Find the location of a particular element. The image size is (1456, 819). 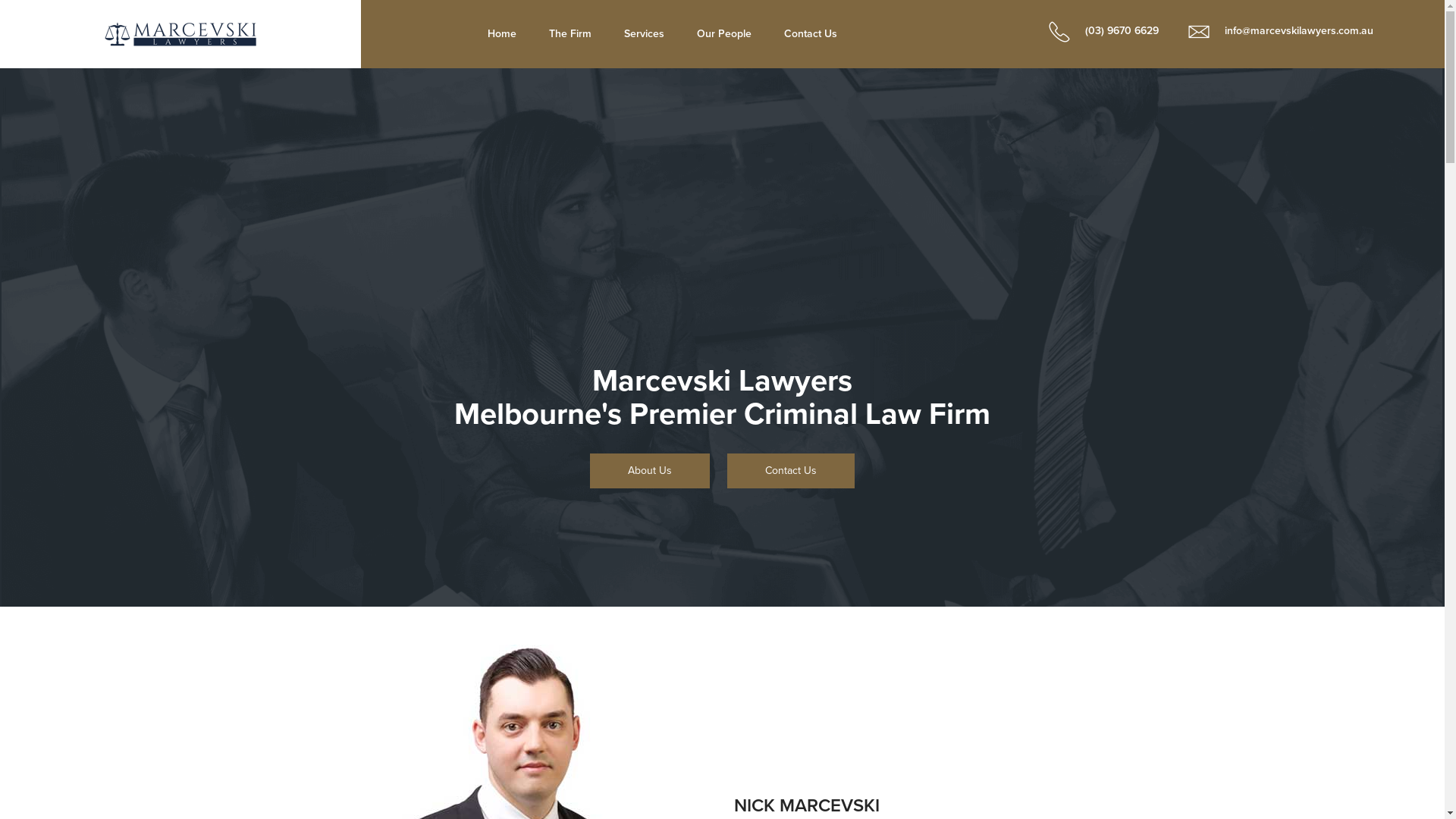

'Contact Us' is located at coordinates (810, 34).